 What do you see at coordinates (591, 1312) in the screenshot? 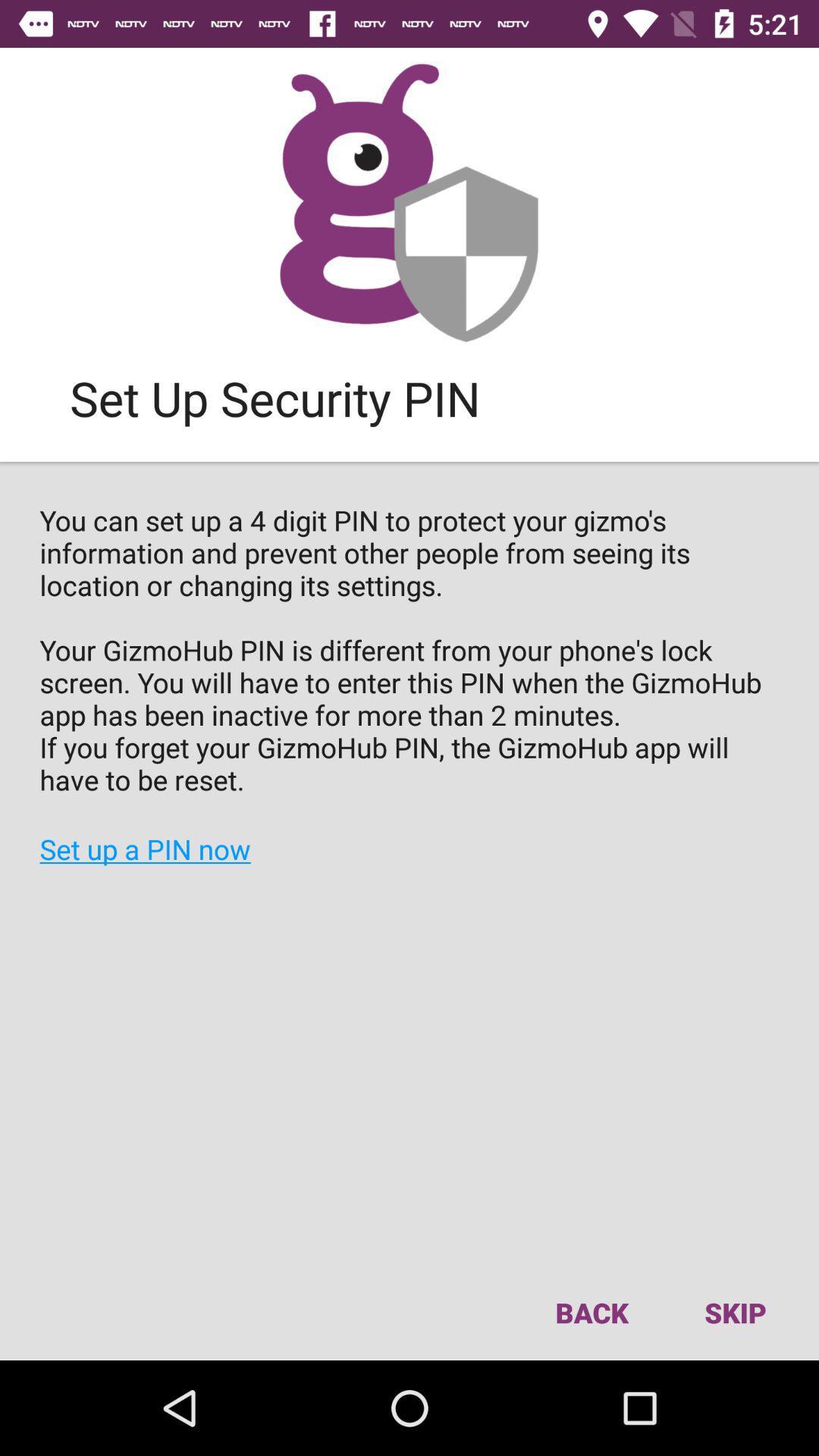
I see `the item next to skip item` at bounding box center [591, 1312].